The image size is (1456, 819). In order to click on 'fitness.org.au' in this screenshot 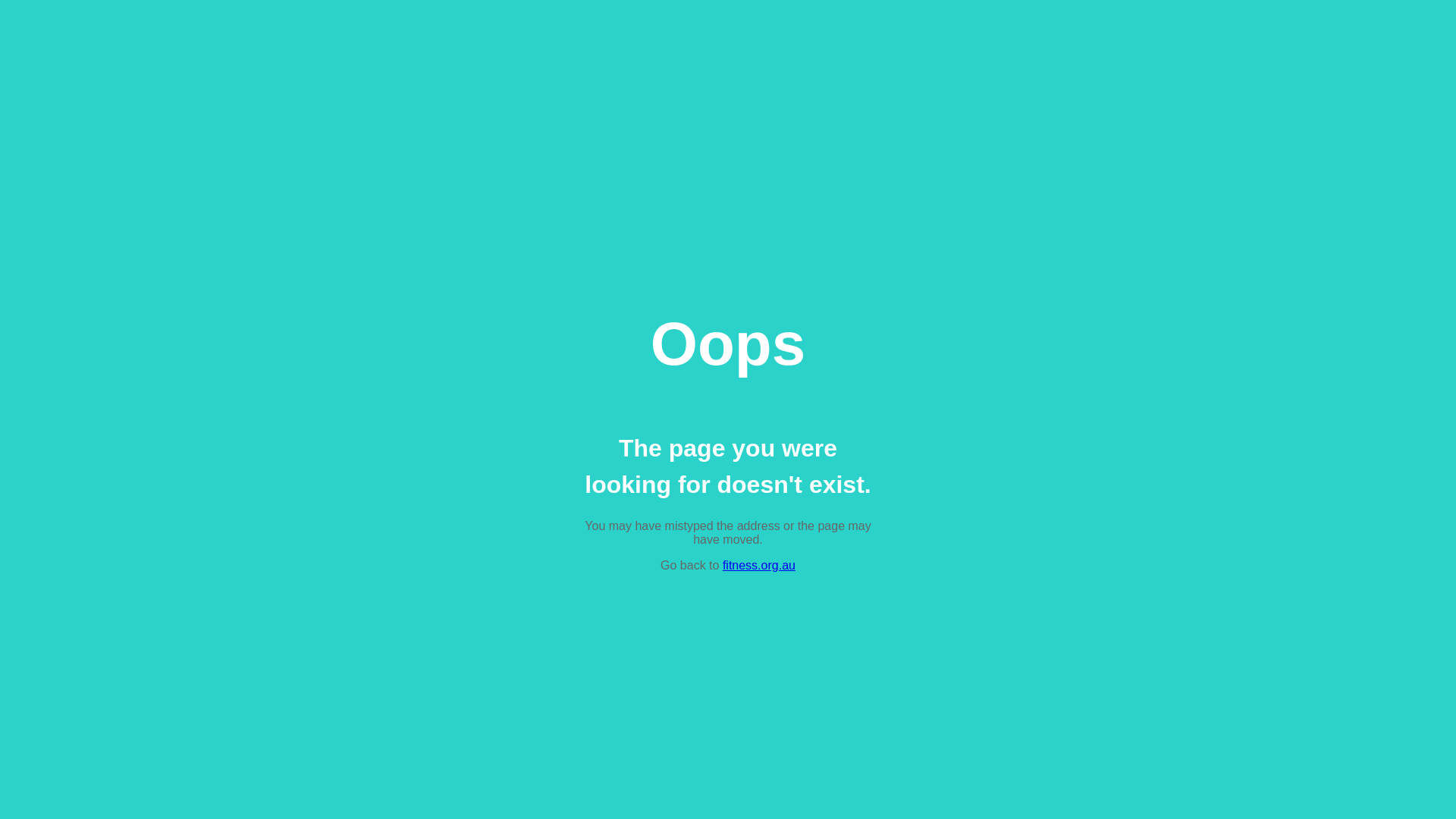, I will do `click(722, 565)`.